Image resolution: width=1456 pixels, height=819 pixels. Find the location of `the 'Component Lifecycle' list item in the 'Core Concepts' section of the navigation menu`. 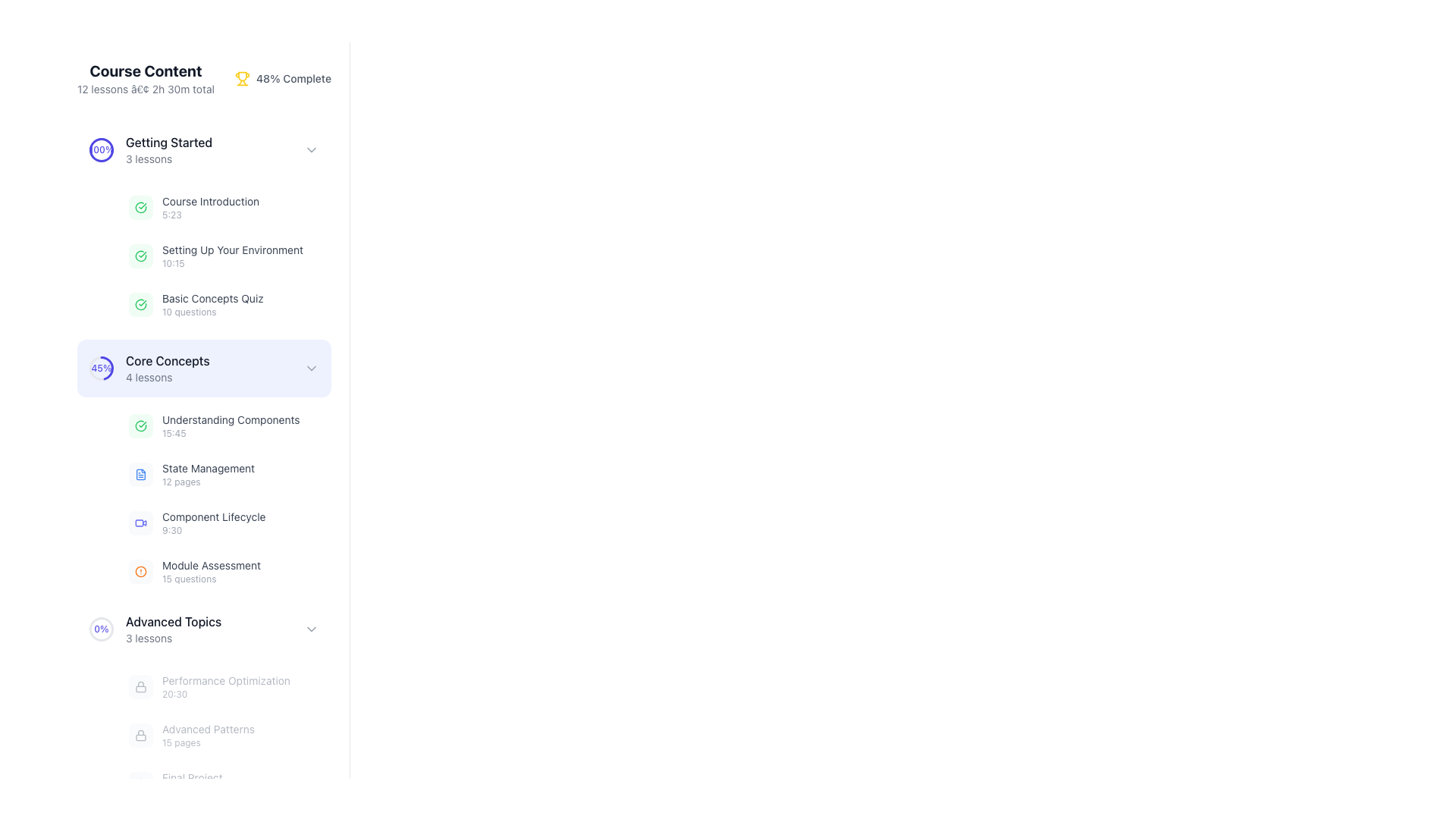

the 'Component Lifecycle' list item in the 'Core Concepts' section of the navigation menu is located at coordinates (213, 522).